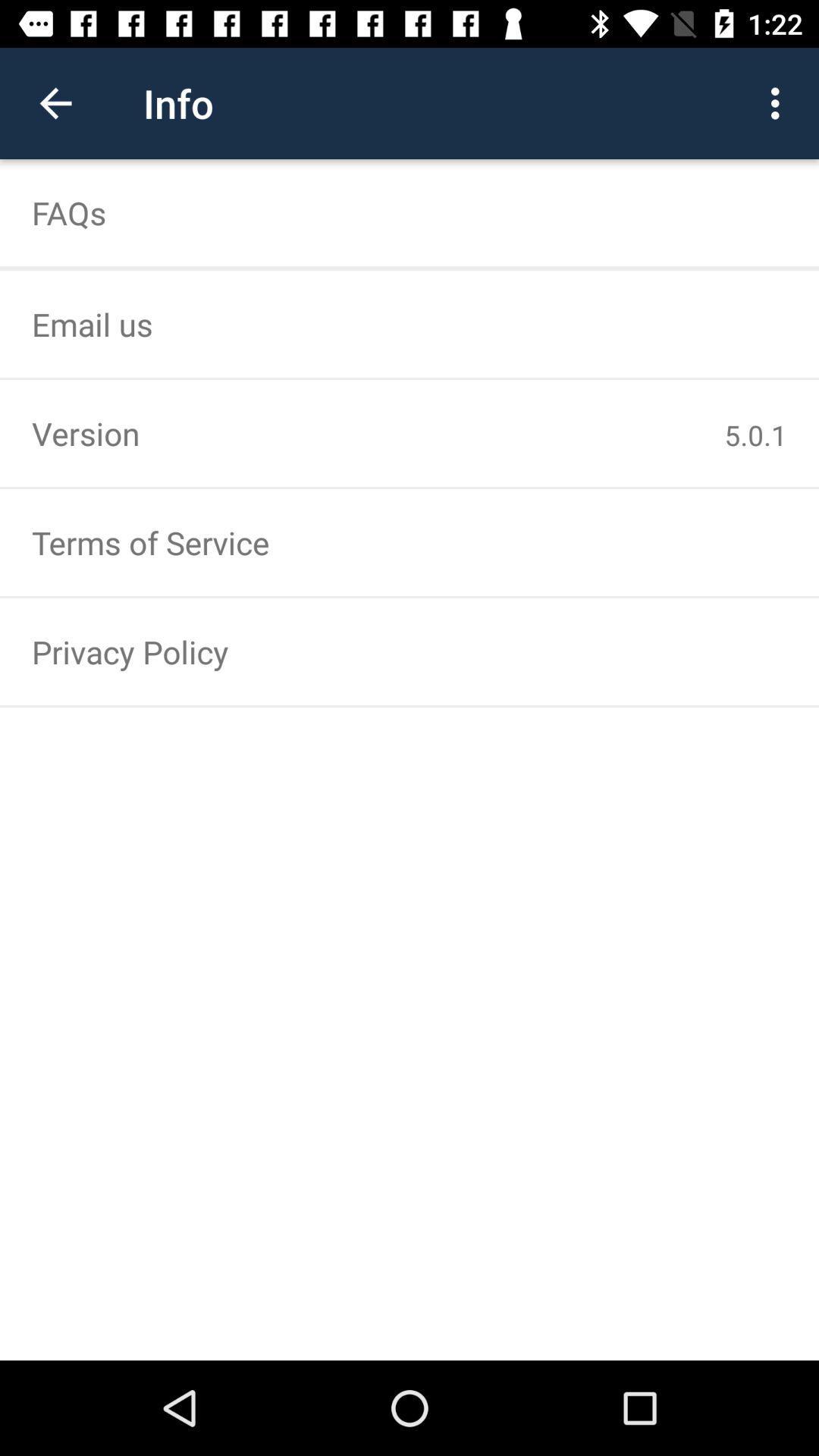 The width and height of the screenshot is (819, 1456). I want to click on the item above the faqs, so click(779, 102).